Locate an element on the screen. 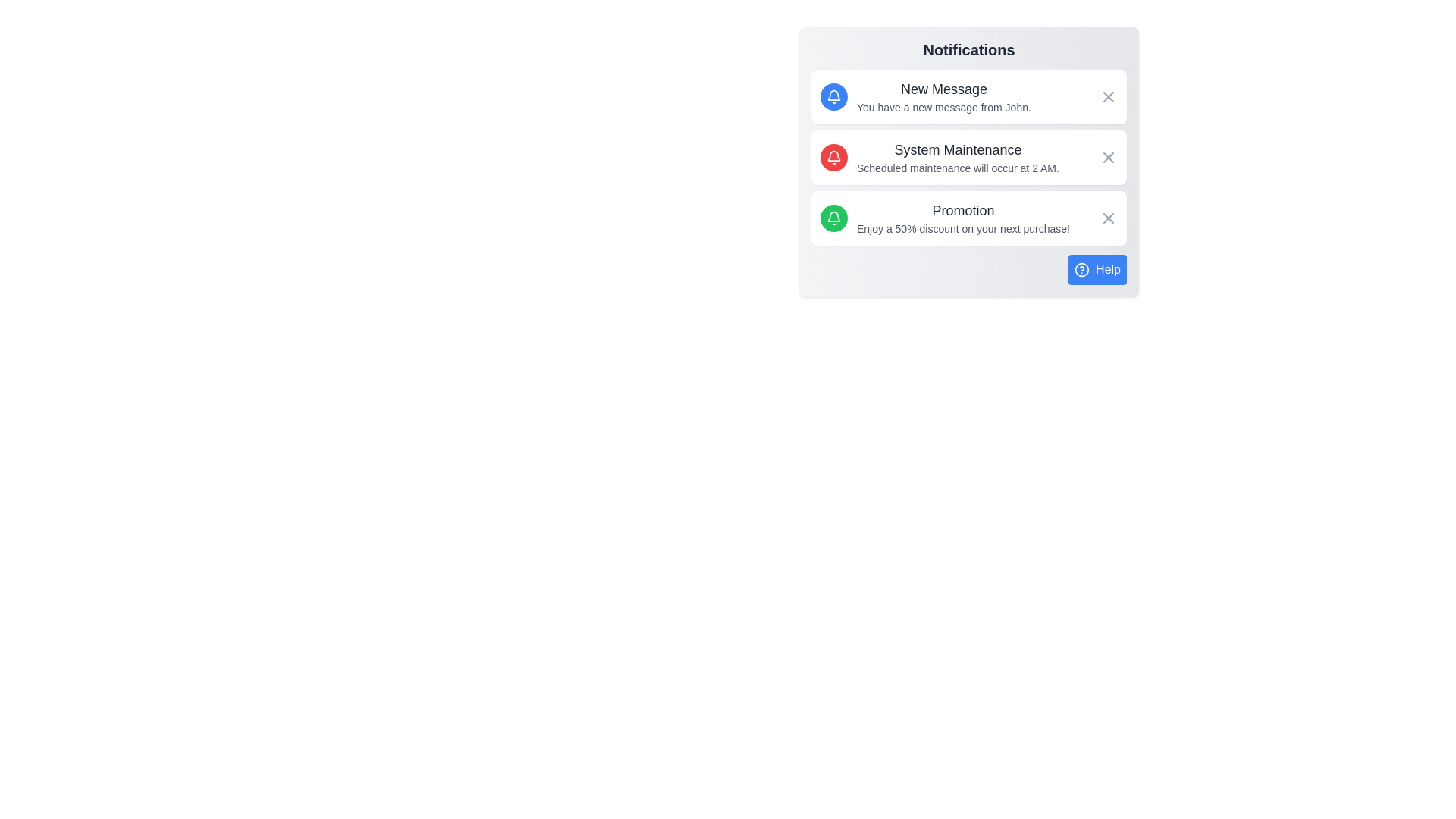  the first notification item titled 'New Message' with a bell icon is located at coordinates (924, 96).